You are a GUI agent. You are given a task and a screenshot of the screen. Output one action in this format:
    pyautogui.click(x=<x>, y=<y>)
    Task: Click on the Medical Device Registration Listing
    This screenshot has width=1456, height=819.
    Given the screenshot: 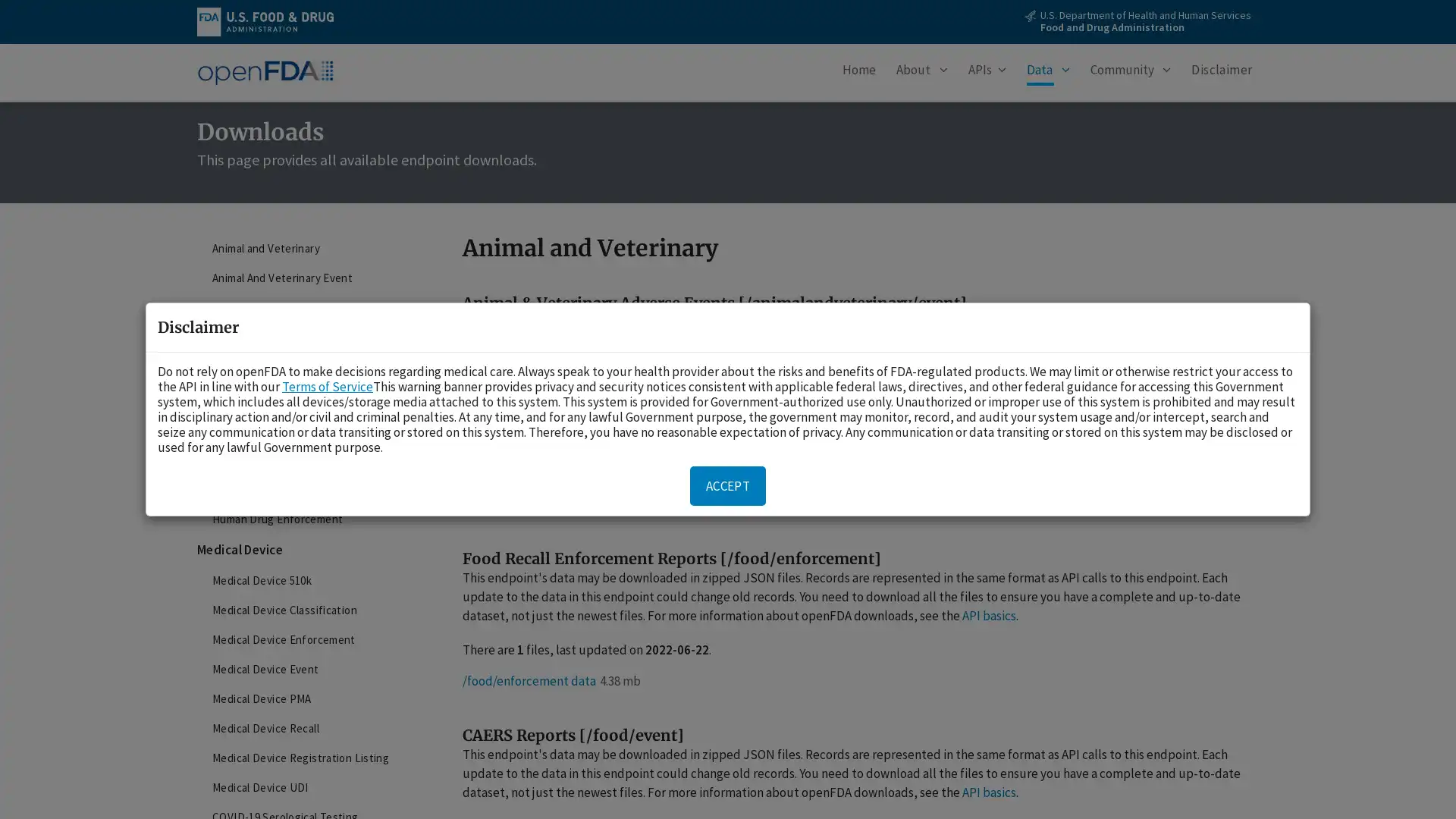 What is the action you would take?
    pyautogui.click(x=309, y=758)
    